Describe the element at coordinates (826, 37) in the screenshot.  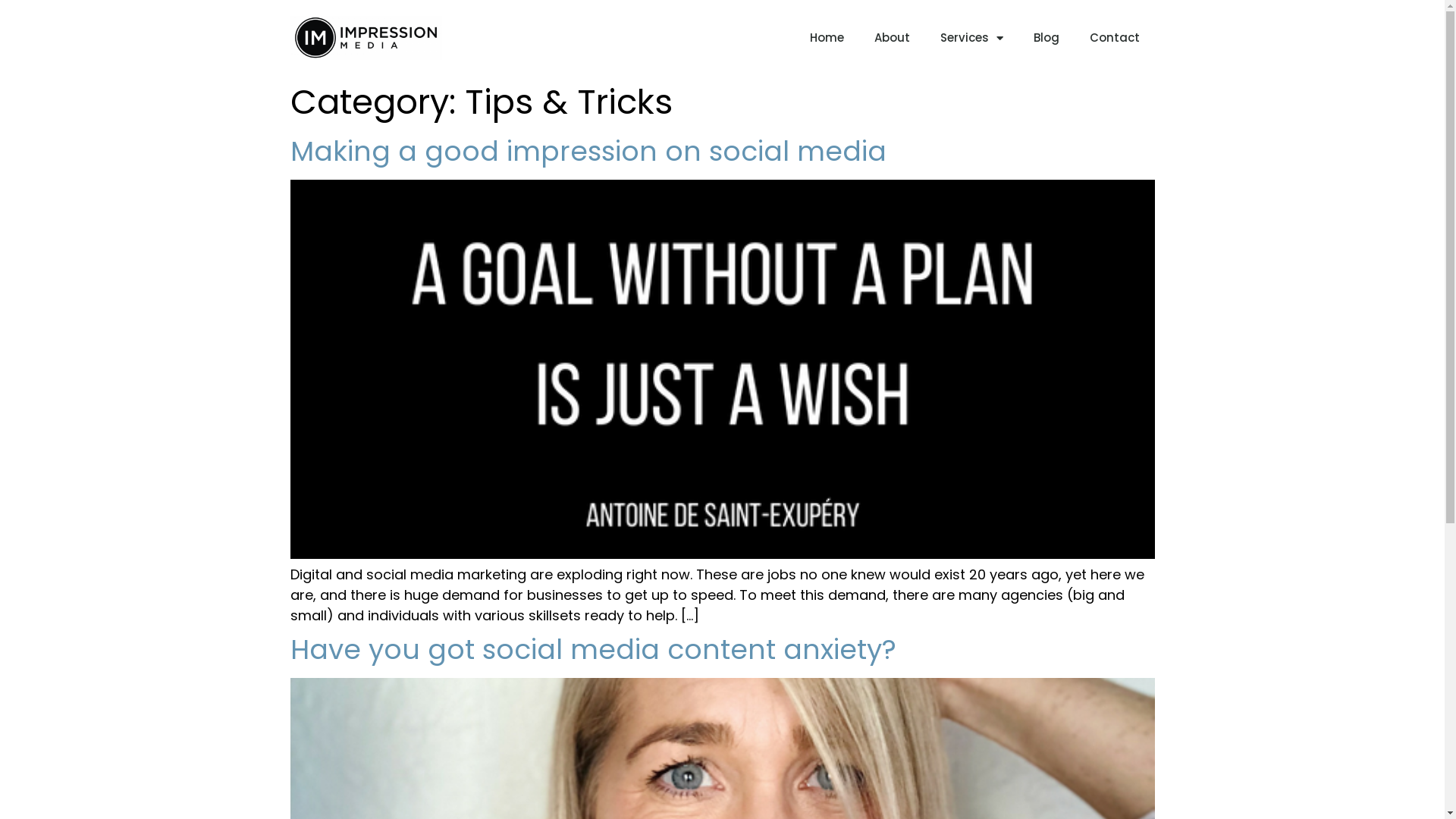
I see `'Home'` at that location.